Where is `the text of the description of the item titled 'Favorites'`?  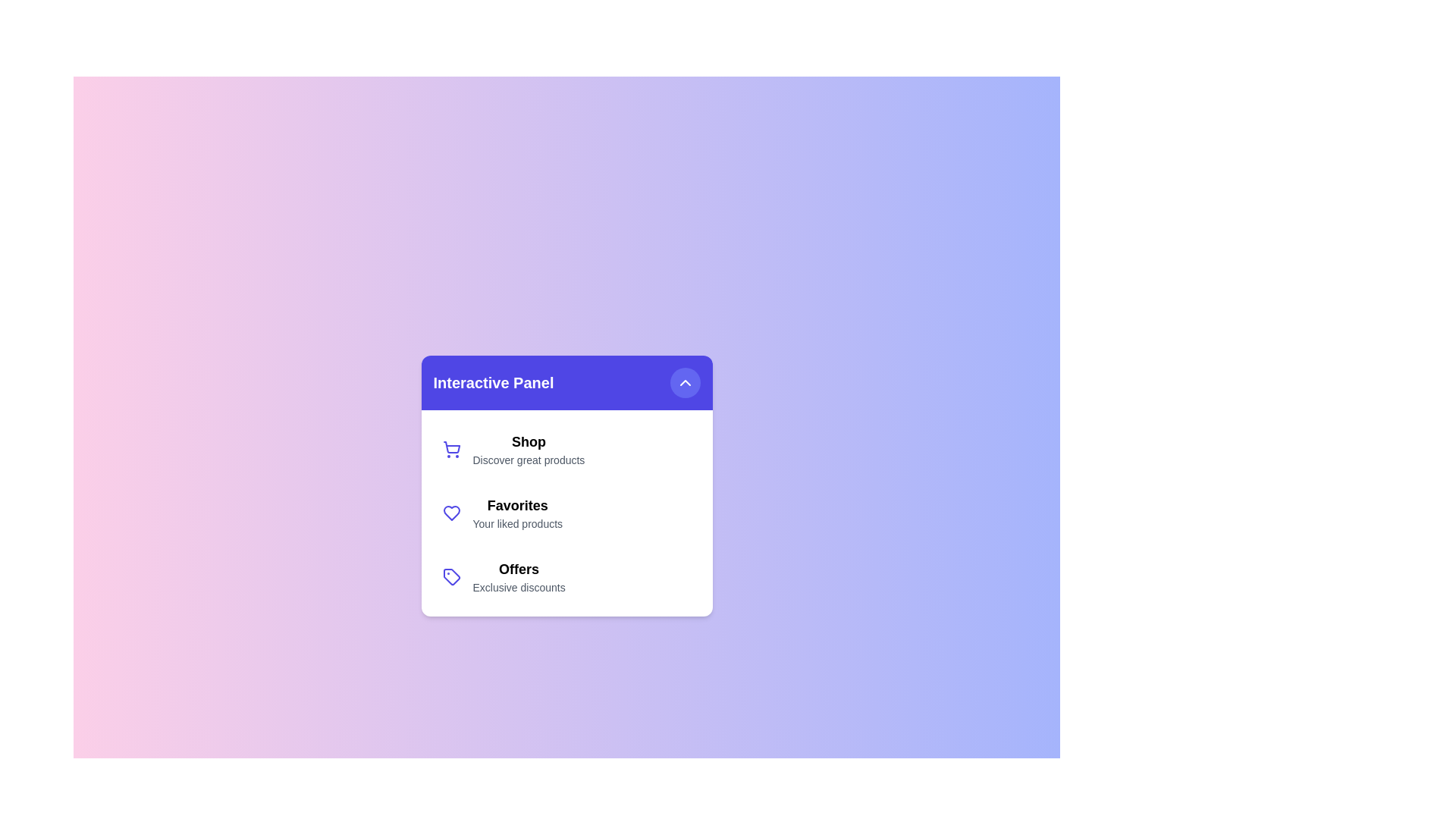 the text of the description of the item titled 'Favorites' is located at coordinates (517, 522).